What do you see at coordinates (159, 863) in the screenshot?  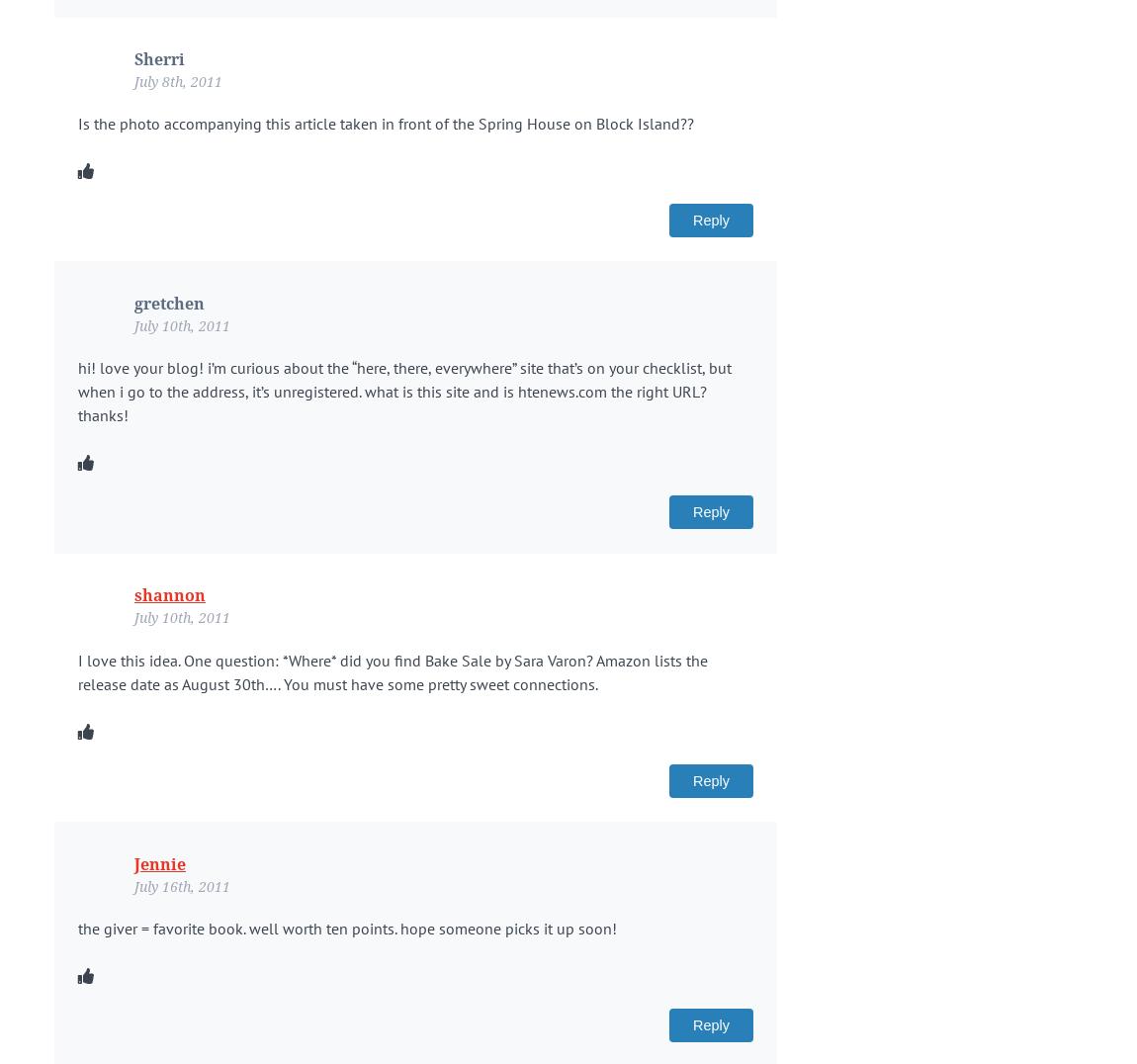 I see `'Jennie'` at bounding box center [159, 863].